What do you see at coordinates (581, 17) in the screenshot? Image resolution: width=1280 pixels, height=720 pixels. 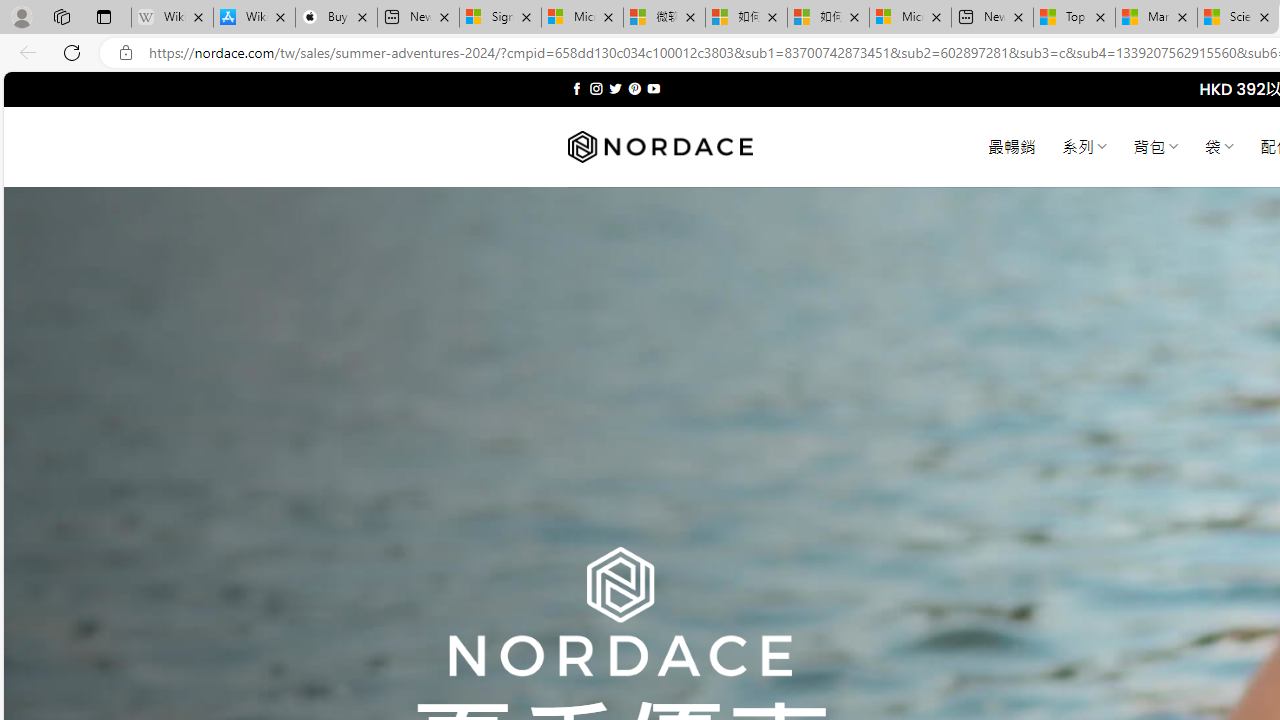 I see `'Microsoft Services Agreement'` at bounding box center [581, 17].